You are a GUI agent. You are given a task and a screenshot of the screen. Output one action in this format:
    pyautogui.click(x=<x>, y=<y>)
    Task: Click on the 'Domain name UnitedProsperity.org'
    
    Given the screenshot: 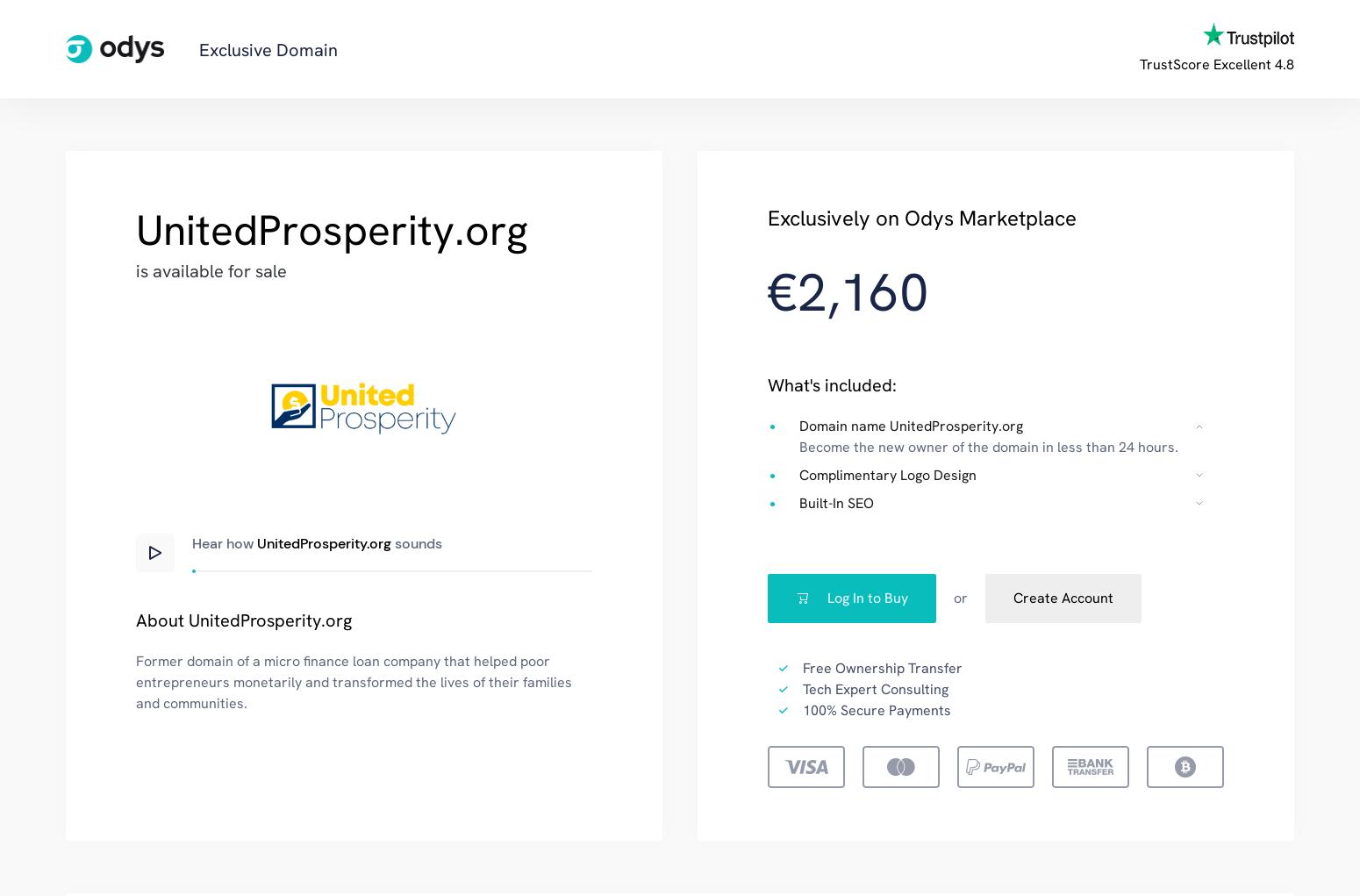 What is the action you would take?
    pyautogui.click(x=911, y=424)
    